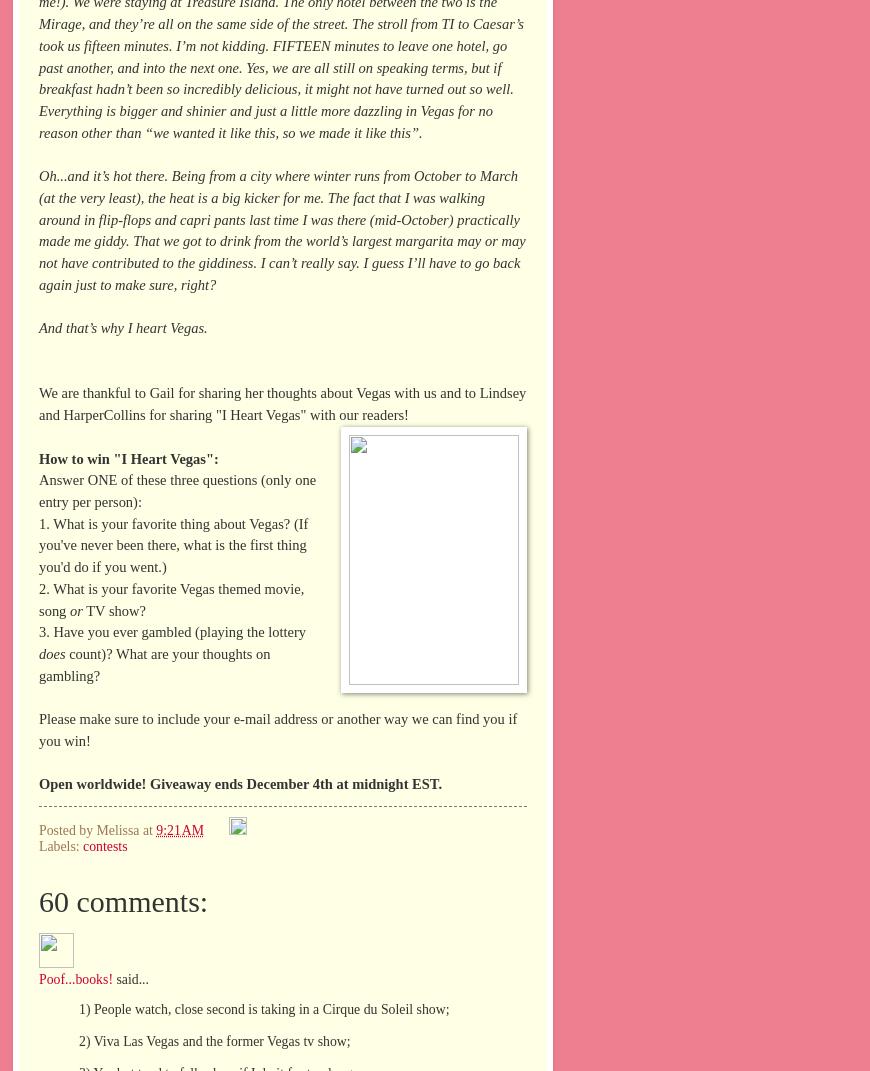 The image size is (870, 1071). What do you see at coordinates (277, 729) in the screenshot?
I see `'Please make sure to include your e-mail address or another way we can find you if you win!'` at bounding box center [277, 729].